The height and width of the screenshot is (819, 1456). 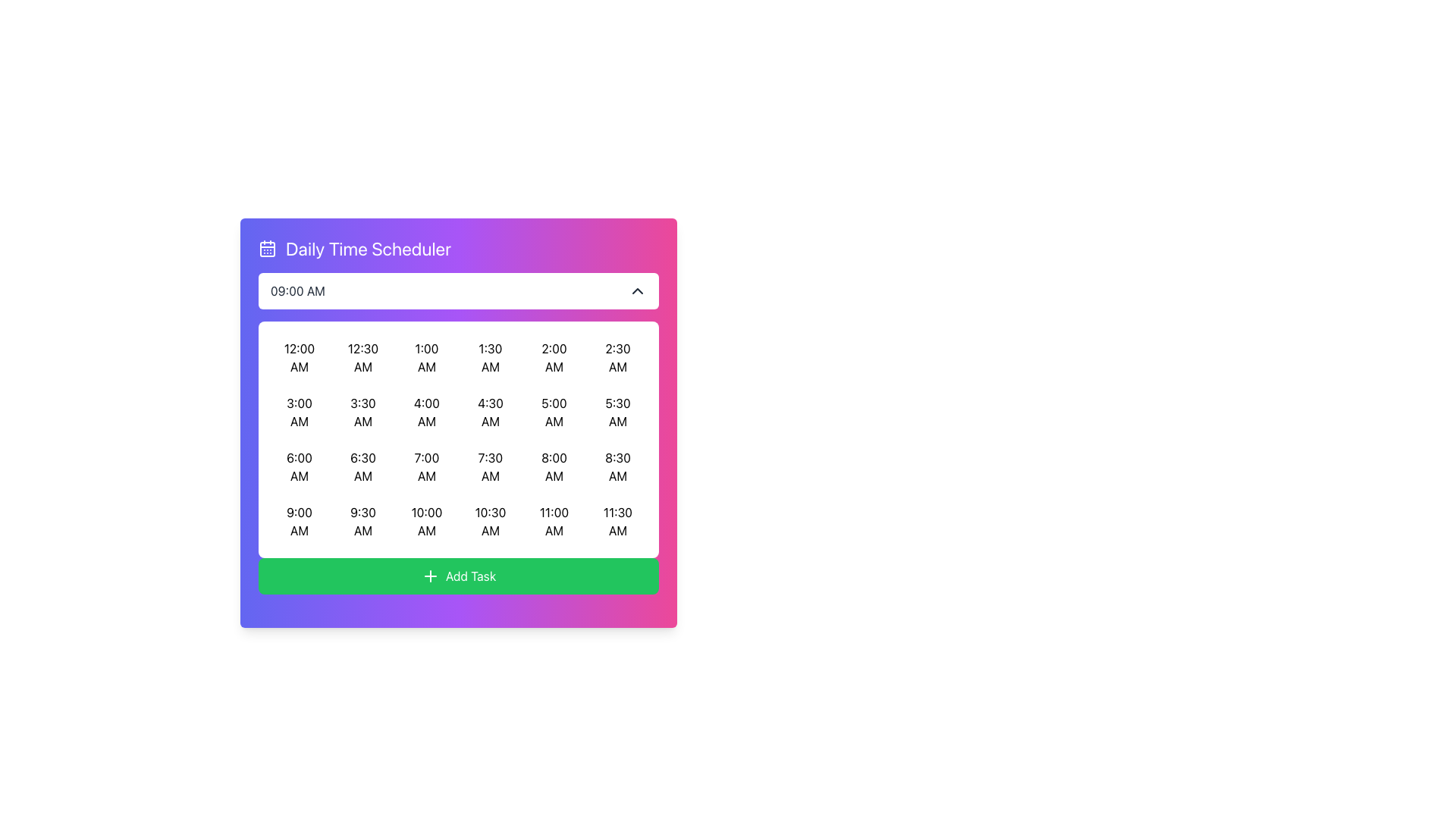 What do you see at coordinates (299, 466) in the screenshot?
I see `the 6:00 AM time slot button` at bounding box center [299, 466].